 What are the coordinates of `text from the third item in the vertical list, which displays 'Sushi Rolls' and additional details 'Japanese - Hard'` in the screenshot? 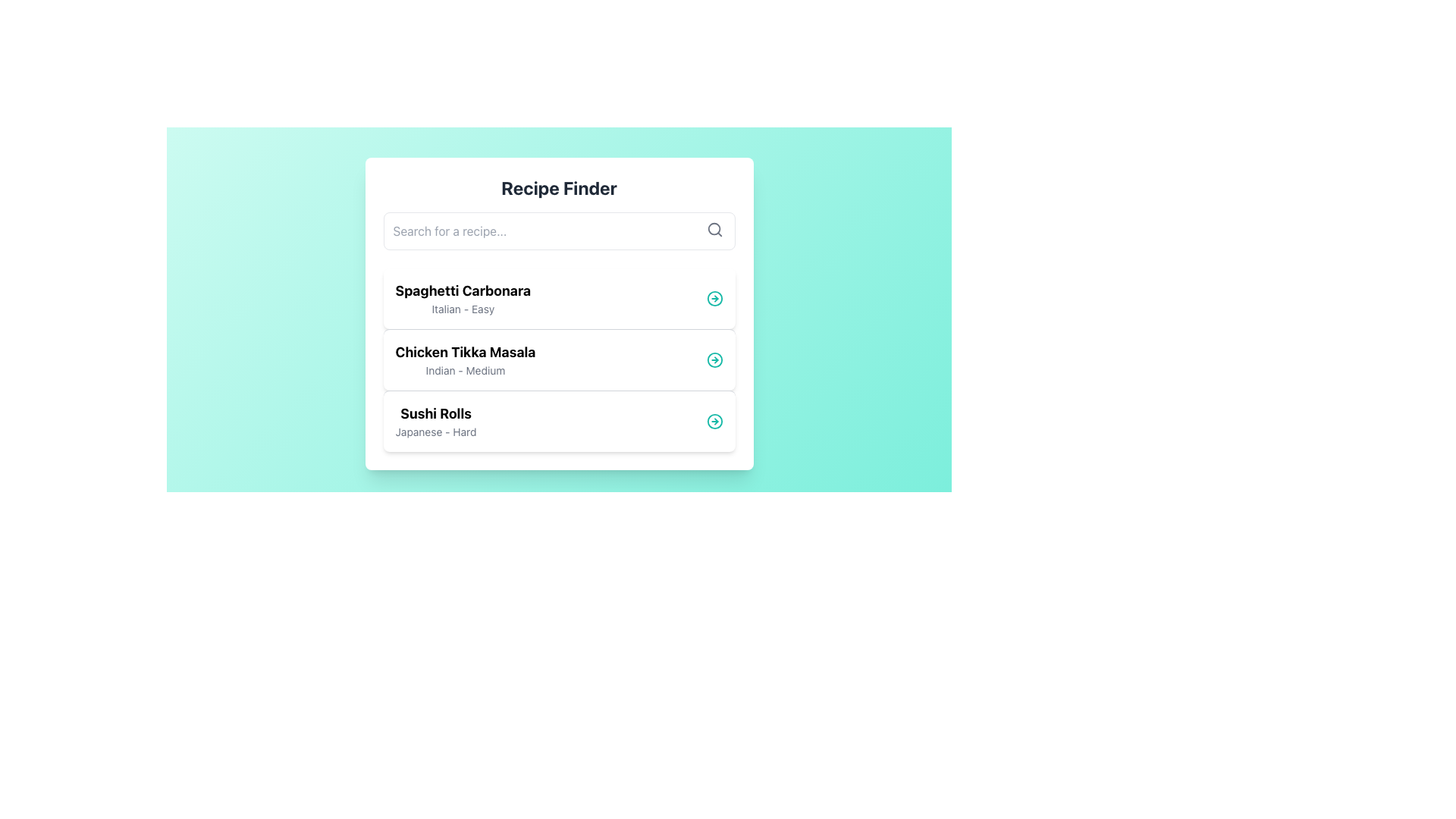 It's located at (435, 421).